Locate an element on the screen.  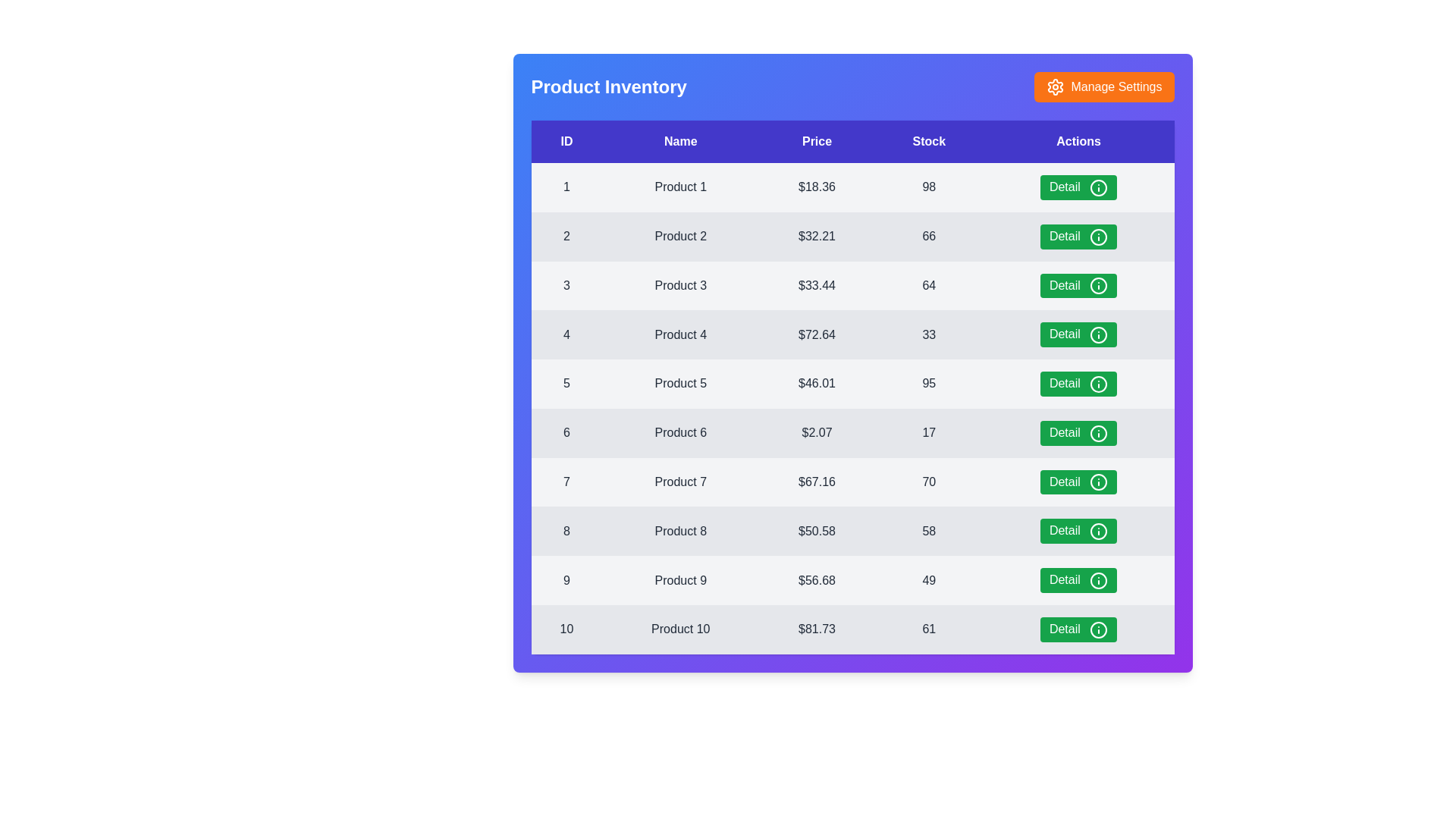
the table header Actions to sort the table by that column is located at coordinates (1078, 141).